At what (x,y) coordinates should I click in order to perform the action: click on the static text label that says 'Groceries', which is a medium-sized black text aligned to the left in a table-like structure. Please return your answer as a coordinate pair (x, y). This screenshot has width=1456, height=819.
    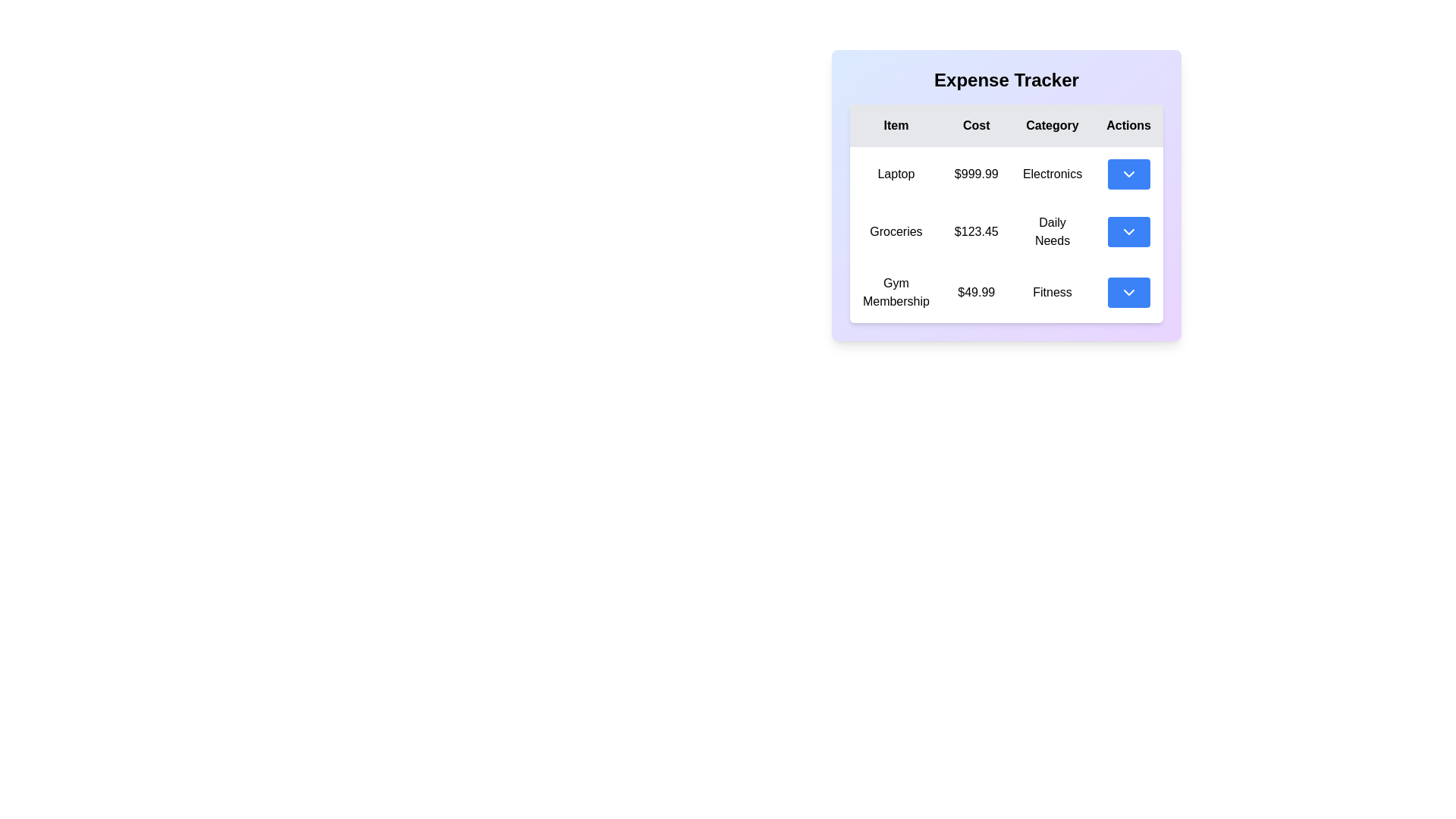
    Looking at the image, I should click on (896, 231).